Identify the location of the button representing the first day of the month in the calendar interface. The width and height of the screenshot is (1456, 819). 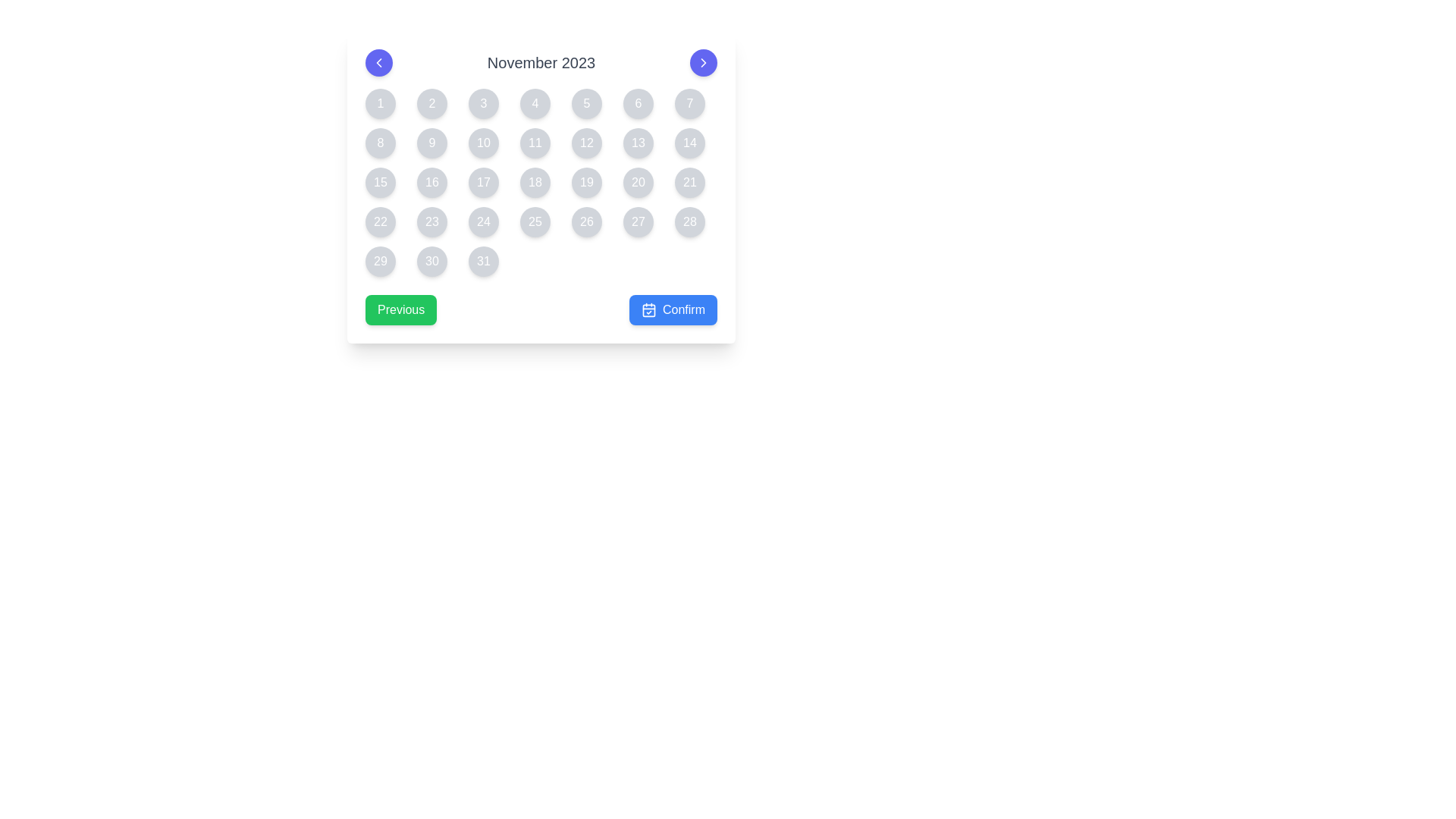
(381, 103).